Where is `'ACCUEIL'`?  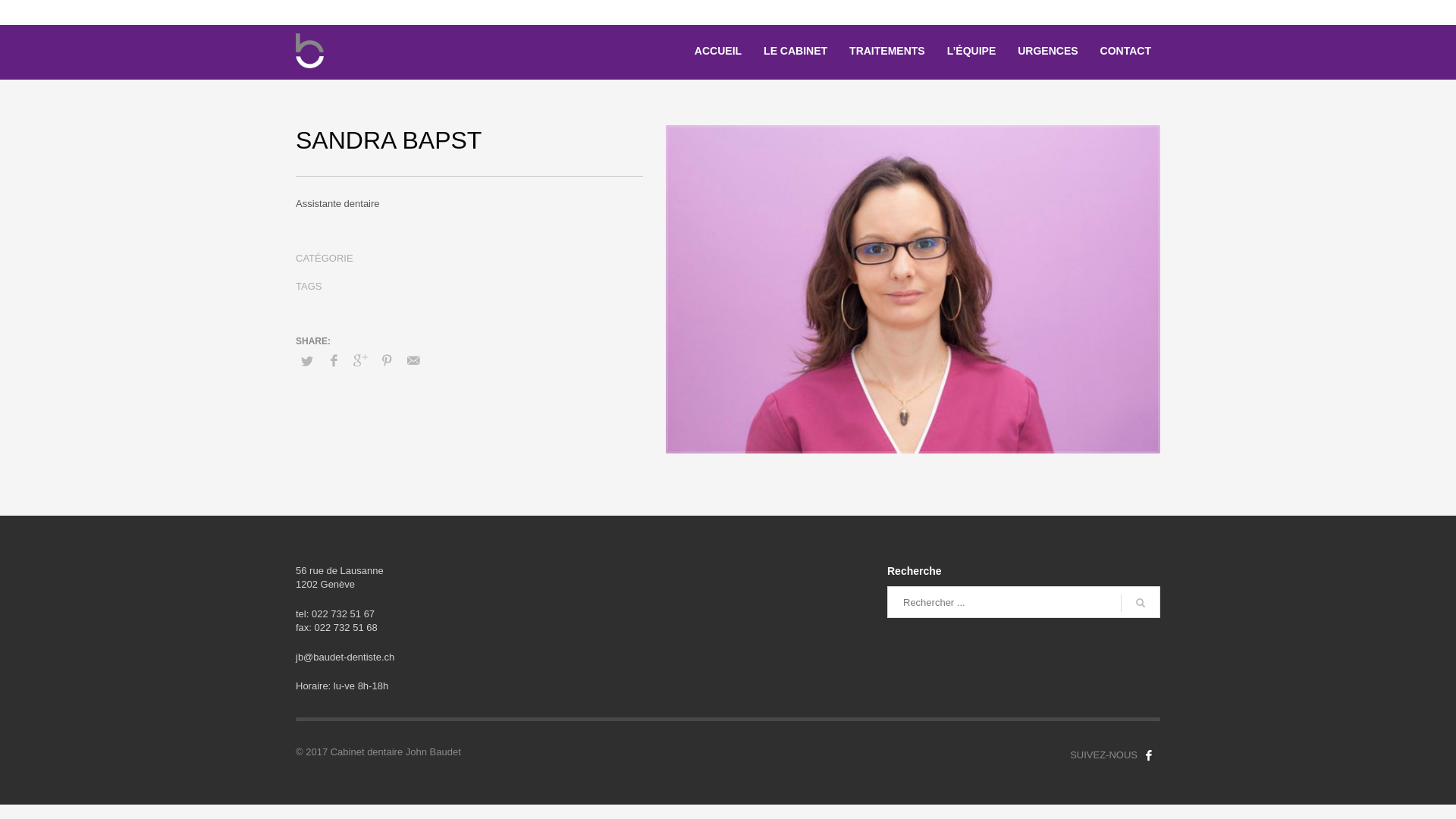
'ACCUEIL' is located at coordinates (717, 49).